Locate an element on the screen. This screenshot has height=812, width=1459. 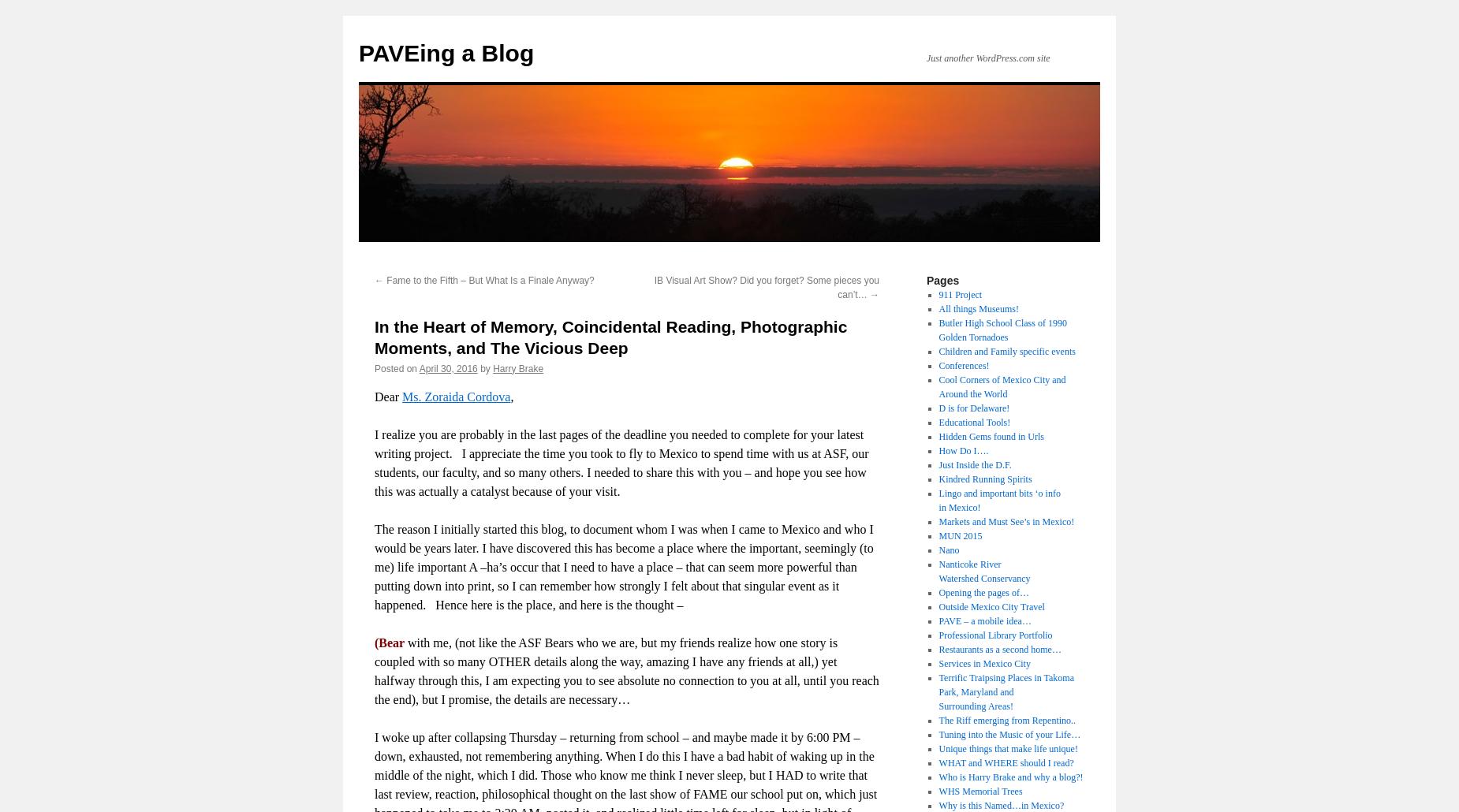
'How Do I….' is located at coordinates (962, 450).